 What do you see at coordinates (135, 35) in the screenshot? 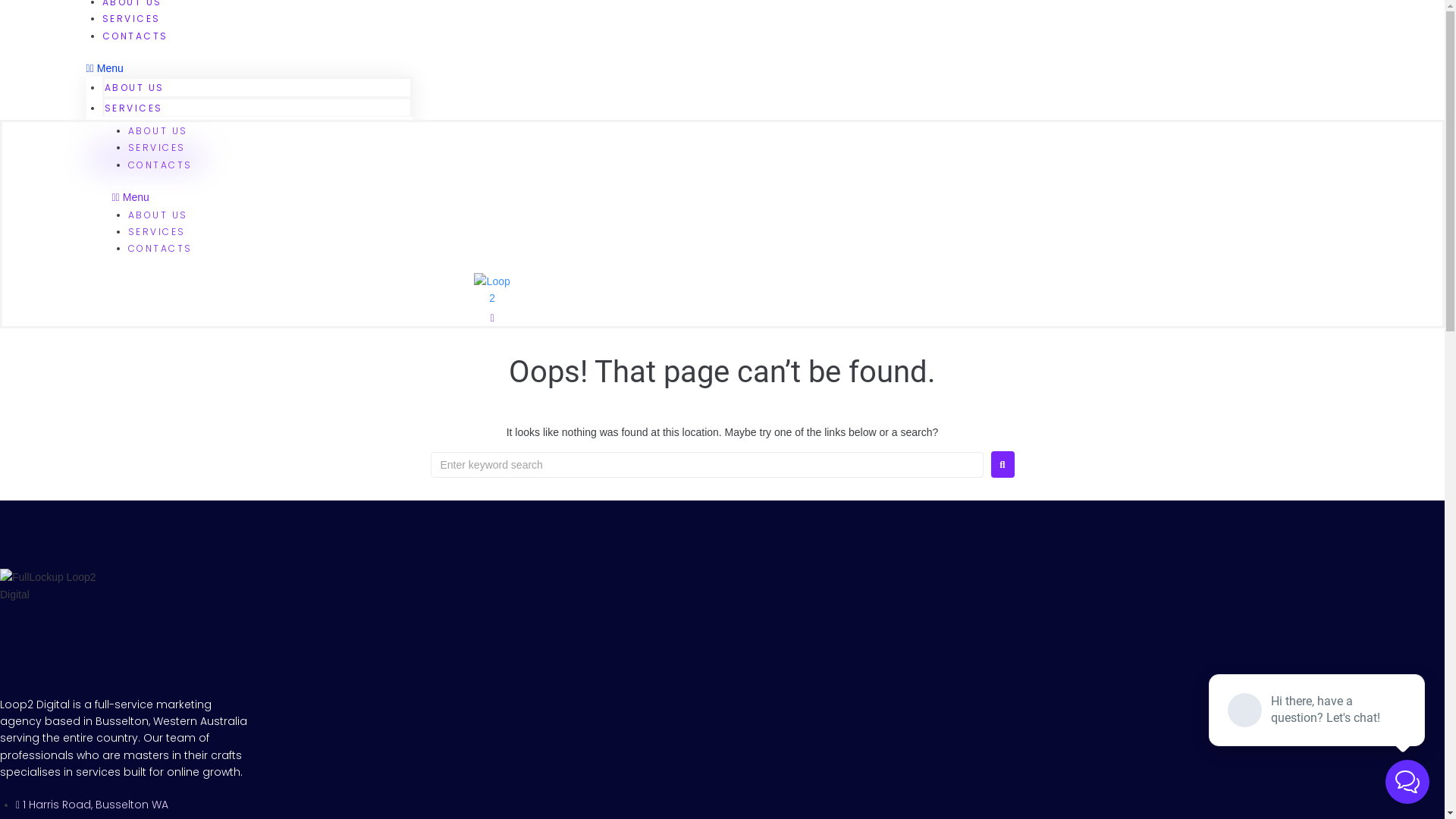
I see `'CONTACTS'` at bounding box center [135, 35].